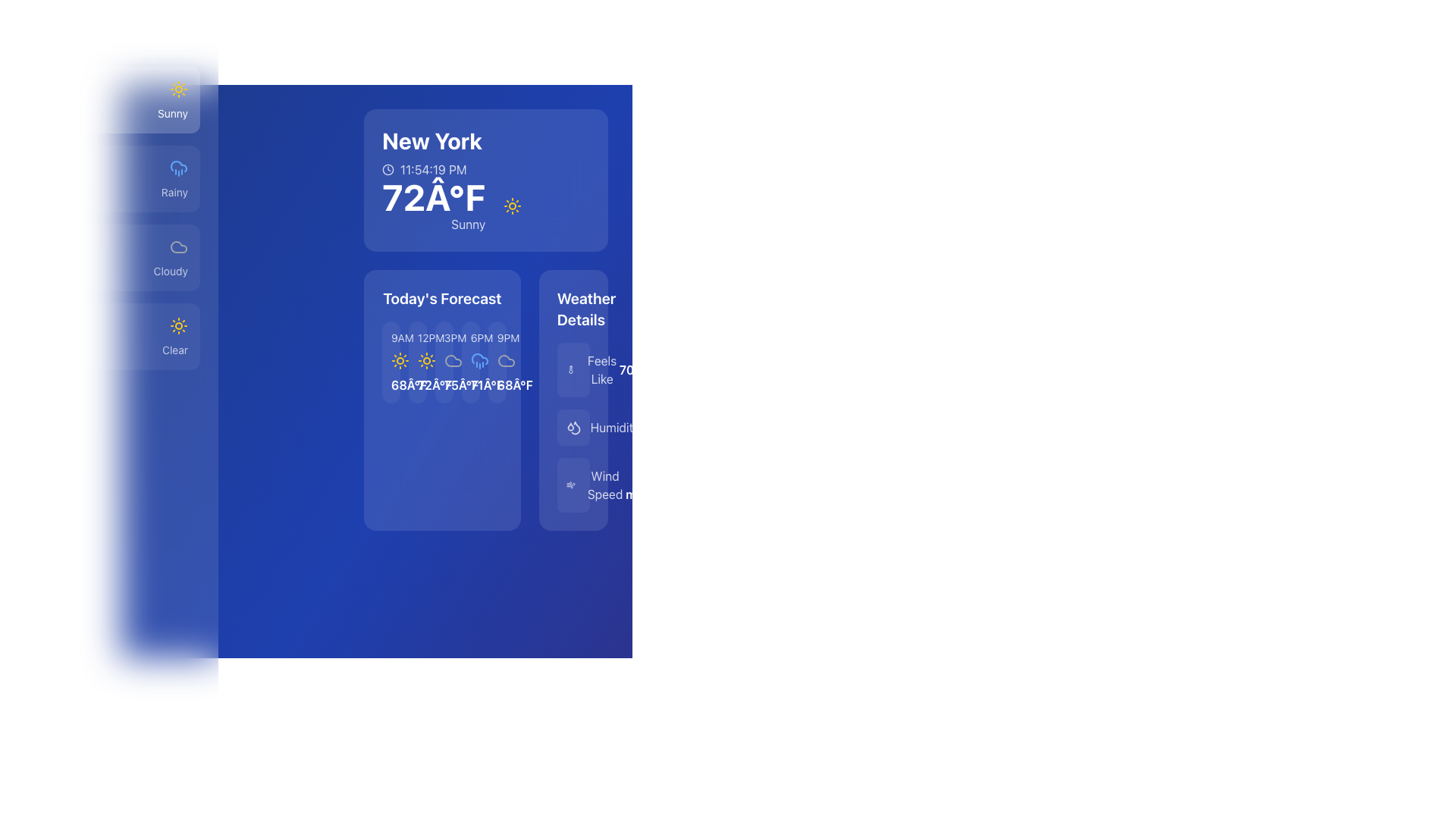 The height and width of the screenshot is (819, 1456). Describe the element at coordinates (570, 370) in the screenshot. I see `the 'Feels Like' weather icon located in the sidebar section labeled 'Weather Details', positioned to the left of the 'Feels Like' text label and above the 'Humidity' section` at that location.